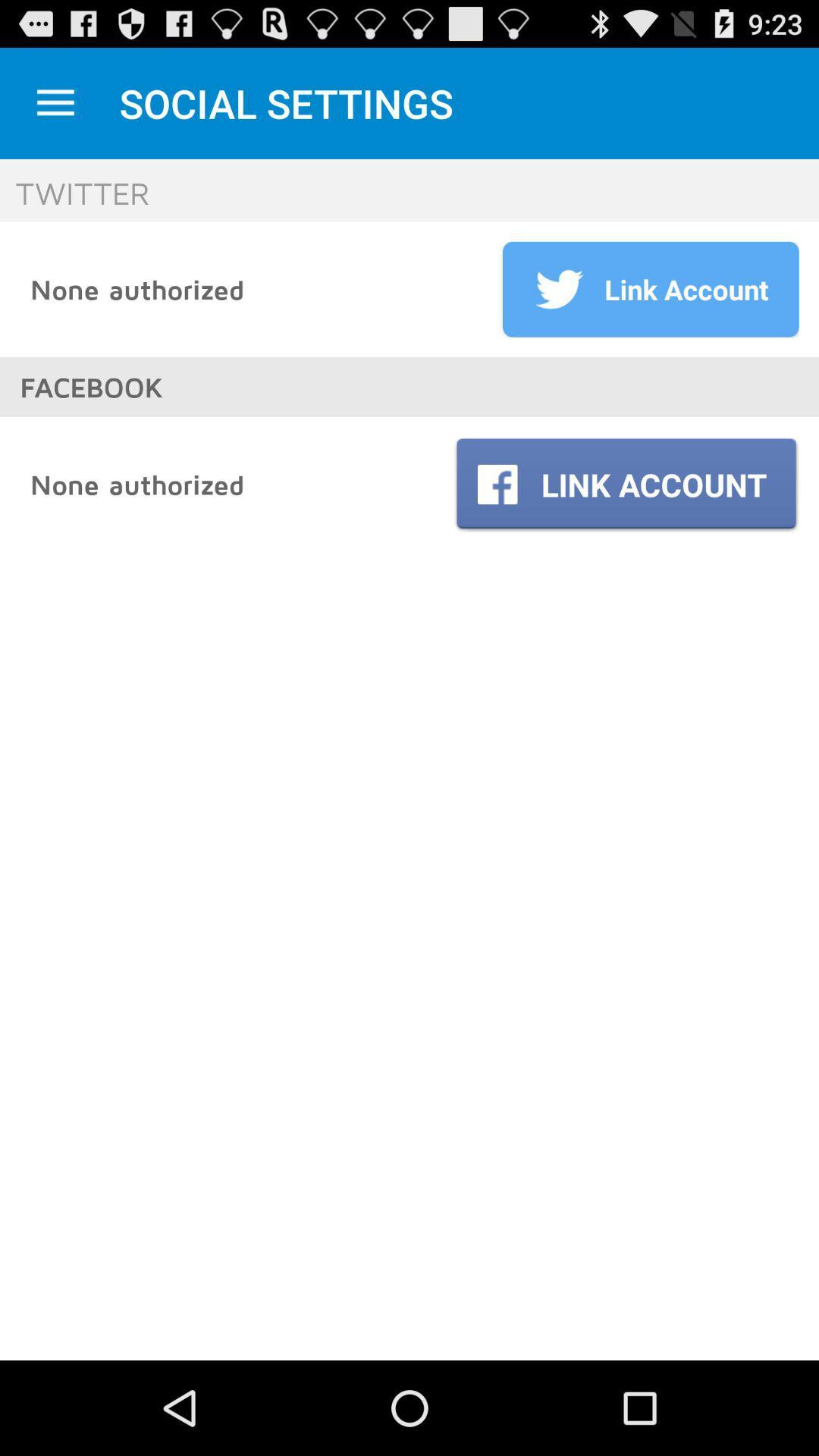 This screenshot has width=819, height=1456. I want to click on the icon to the left of the social settings icon, so click(55, 102).